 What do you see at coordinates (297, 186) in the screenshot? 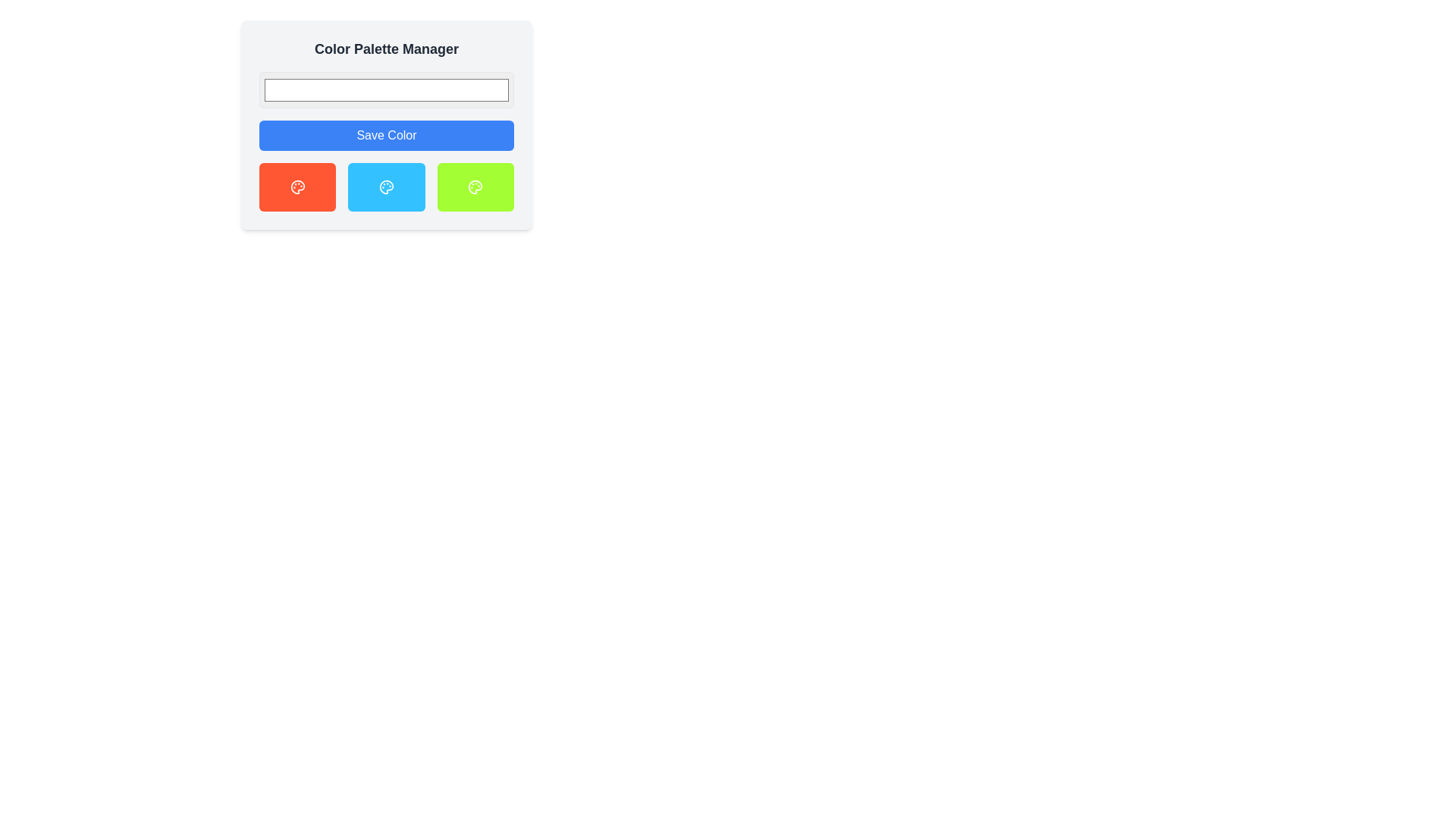
I see `the red rectangular button that contains the SVG palette icon` at bounding box center [297, 186].